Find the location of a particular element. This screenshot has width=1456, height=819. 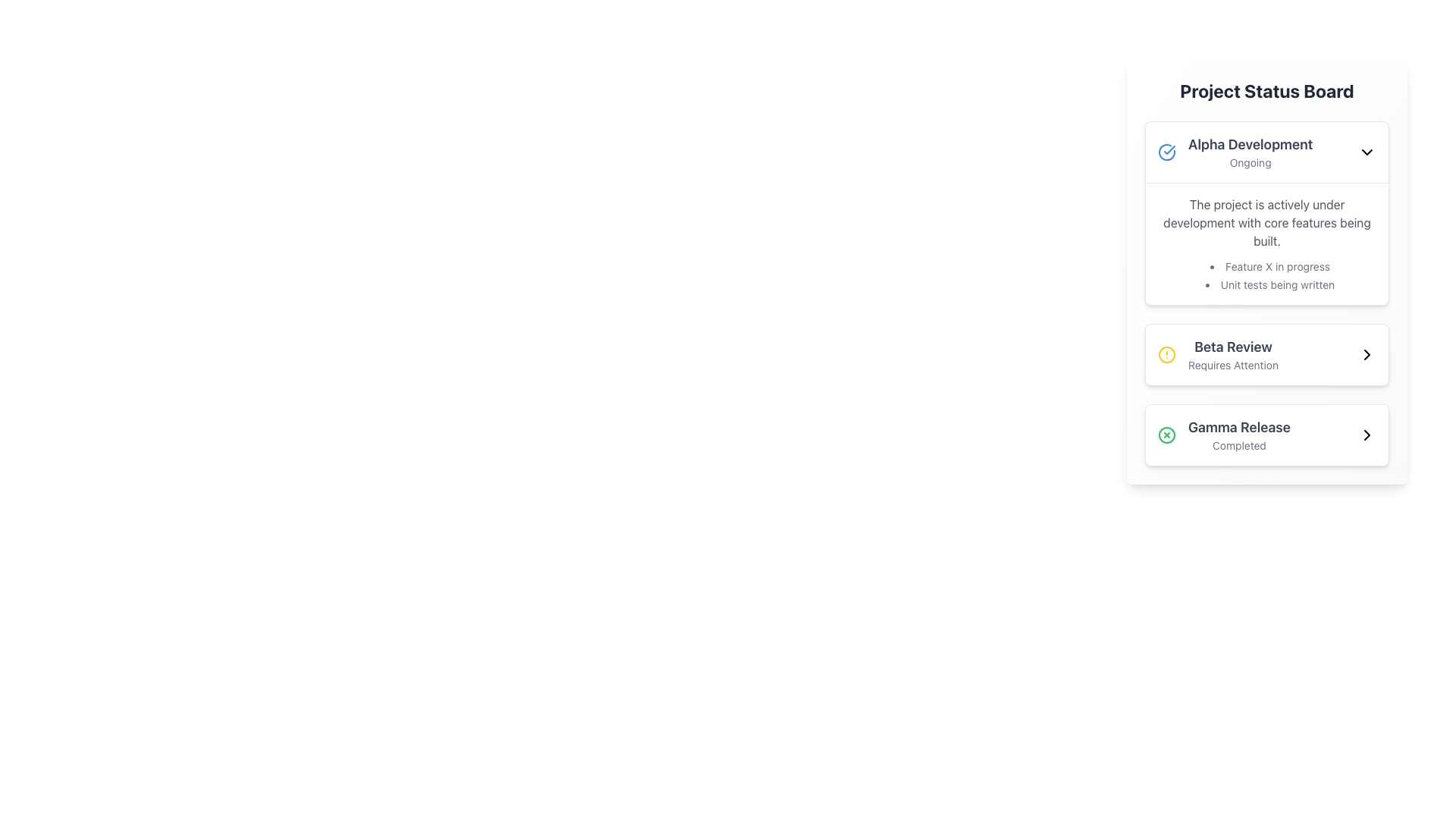

displayed text of the Project status label which shows 'Alpha Development' and 'Ongoing', located at the top of the Project Status Board is located at coordinates (1235, 152).